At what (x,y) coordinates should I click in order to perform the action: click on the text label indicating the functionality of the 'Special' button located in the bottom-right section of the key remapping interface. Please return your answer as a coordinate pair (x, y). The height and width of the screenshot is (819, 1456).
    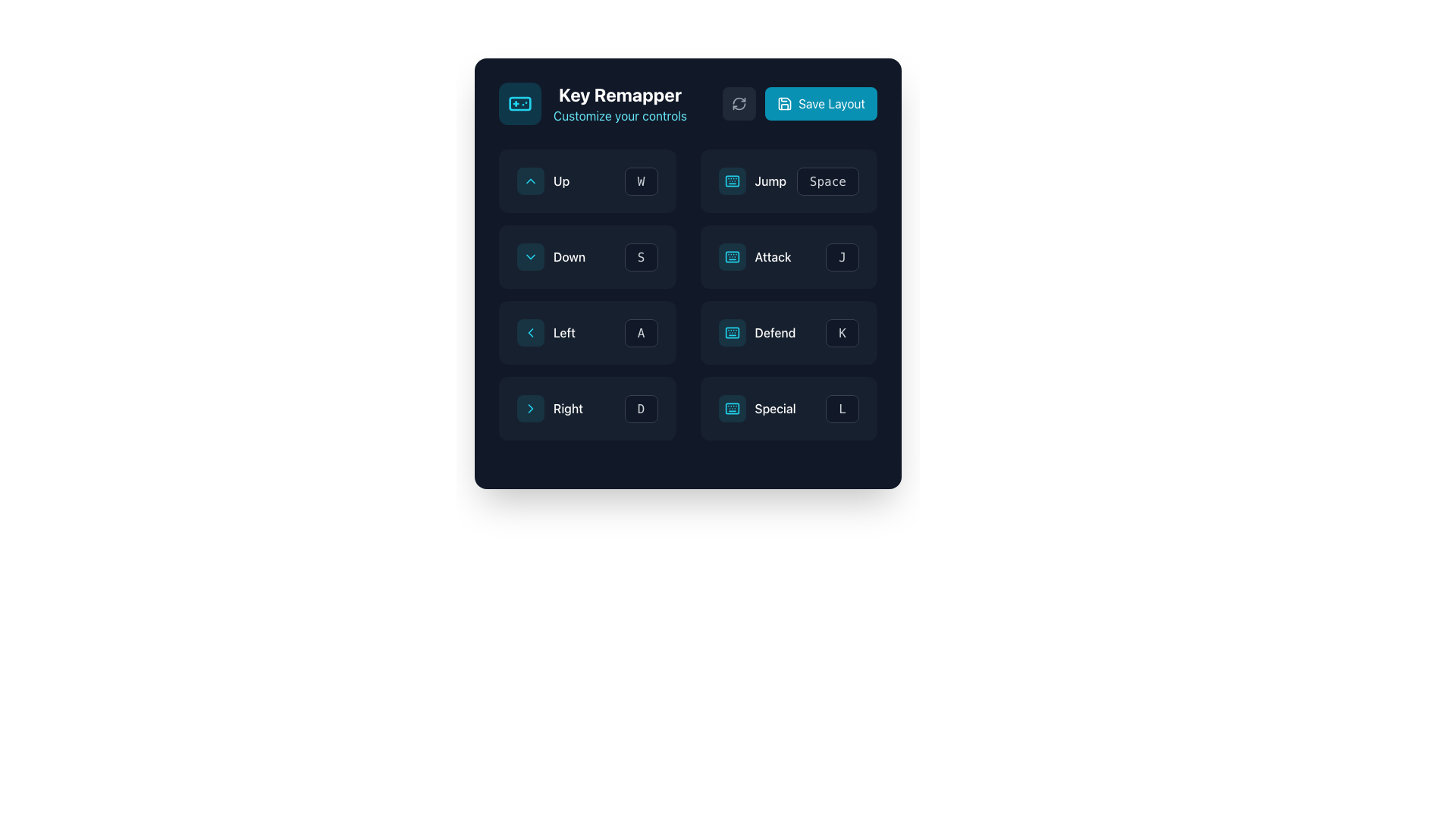
    Looking at the image, I should click on (775, 408).